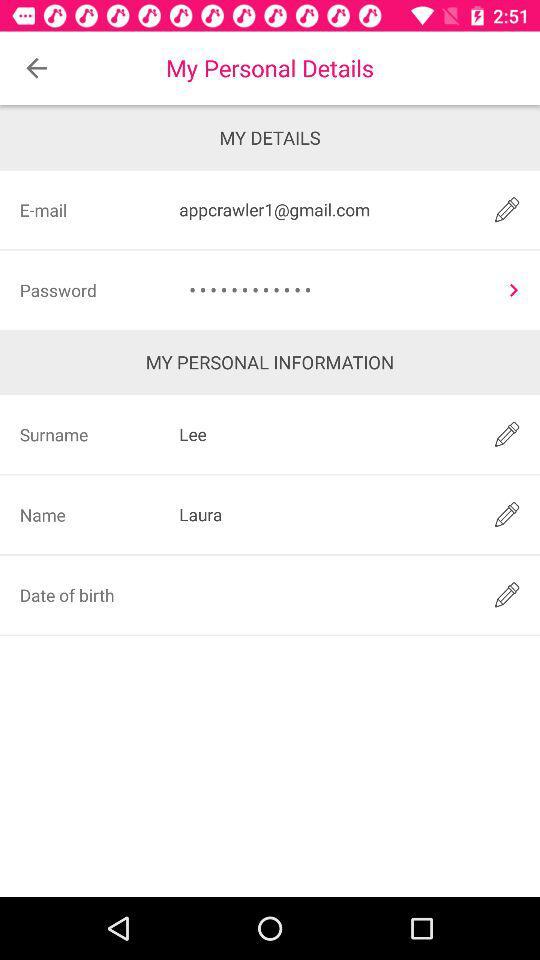 This screenshot has width=540, height=960. What do you see at coordinates (334, 289) in the screenshot?
I see `************ item` at bounding box center [334, 289].